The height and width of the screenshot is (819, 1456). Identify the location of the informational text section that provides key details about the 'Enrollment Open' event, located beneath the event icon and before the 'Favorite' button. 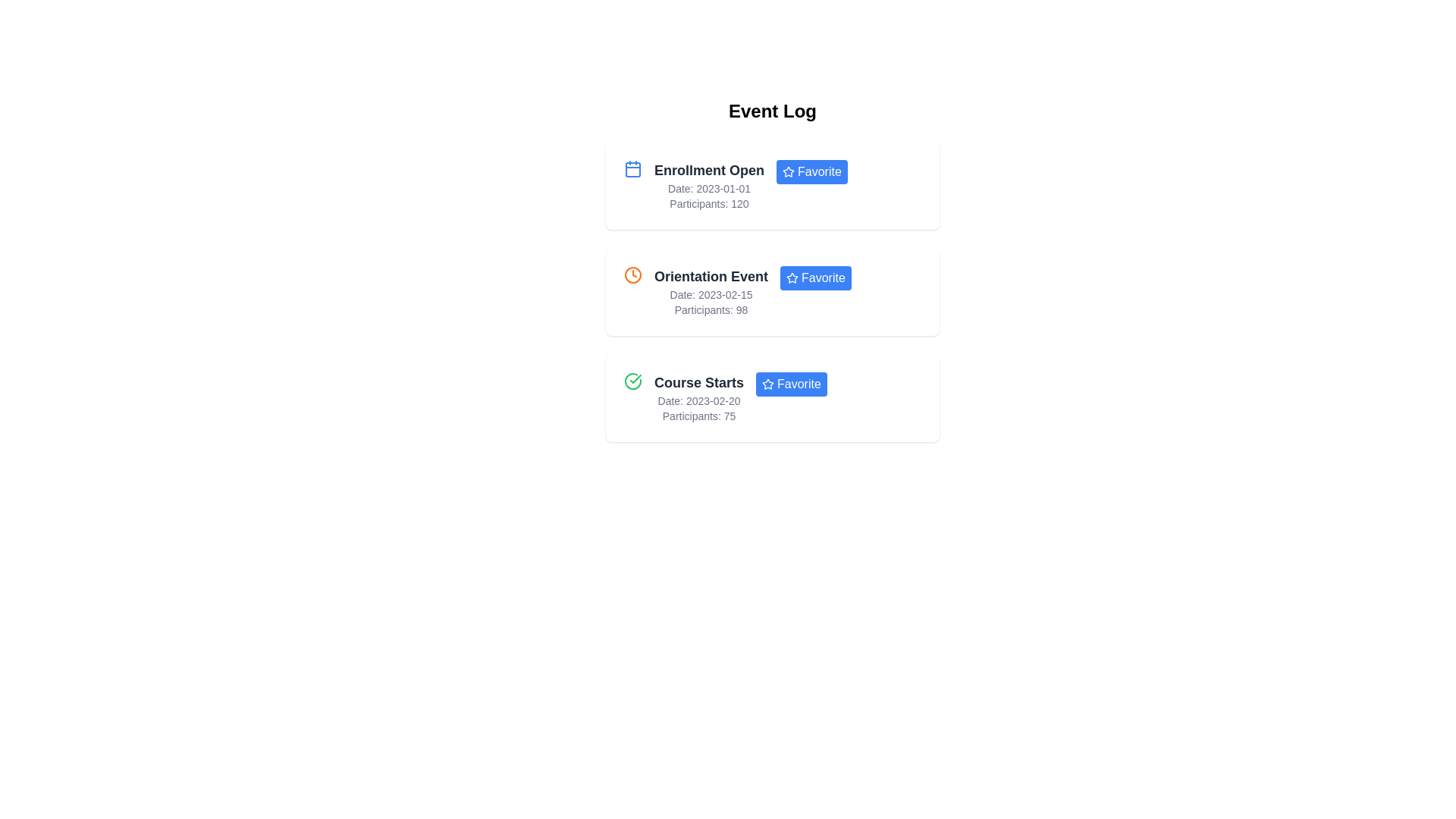
(708, 185).